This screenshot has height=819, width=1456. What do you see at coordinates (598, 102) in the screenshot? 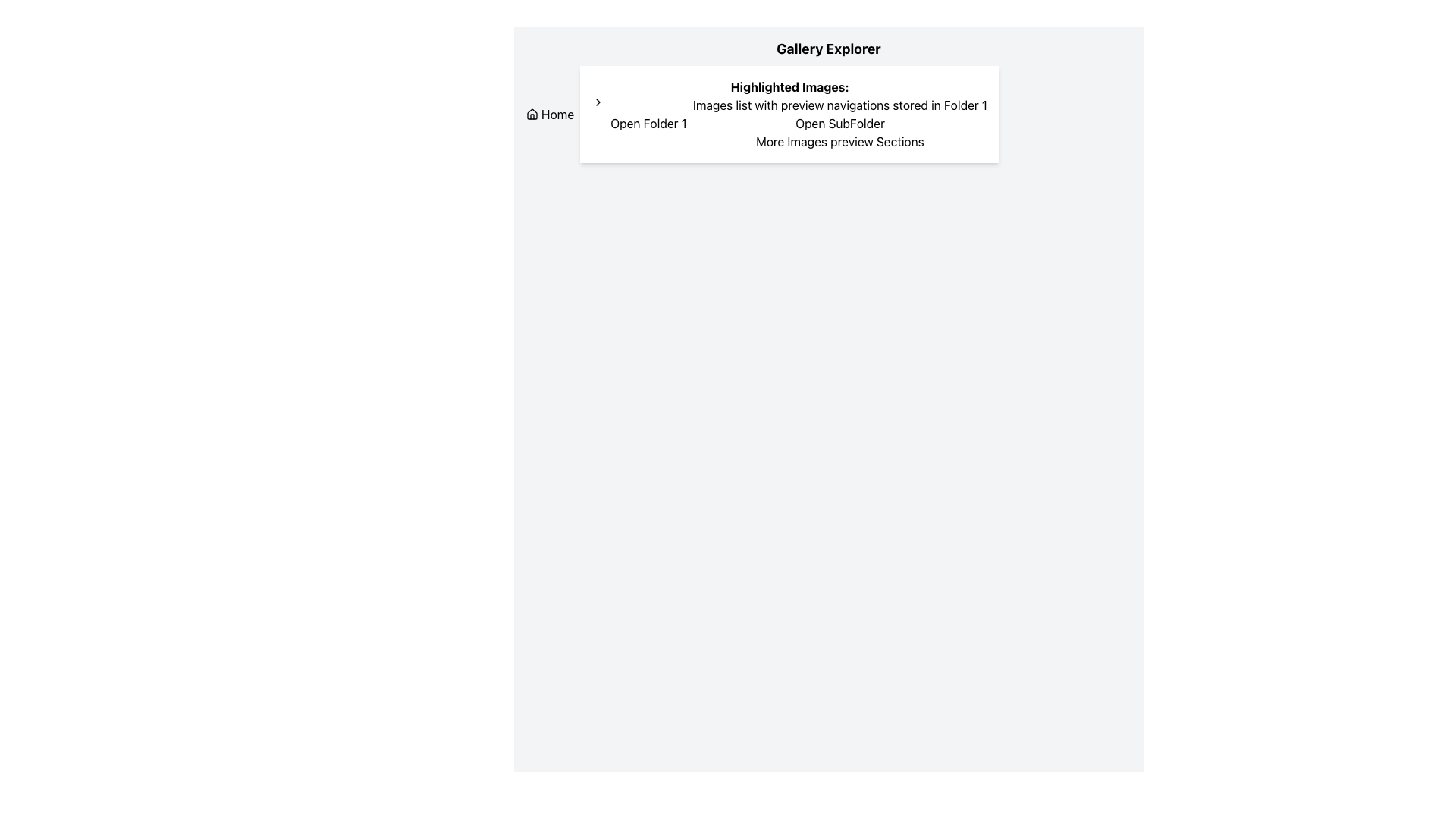
I see `the navigational icon located at the far left of the folder structure interface, which serves as an indicator or toggle for expanding or navigating to another view` at bounding box center [598, 102].